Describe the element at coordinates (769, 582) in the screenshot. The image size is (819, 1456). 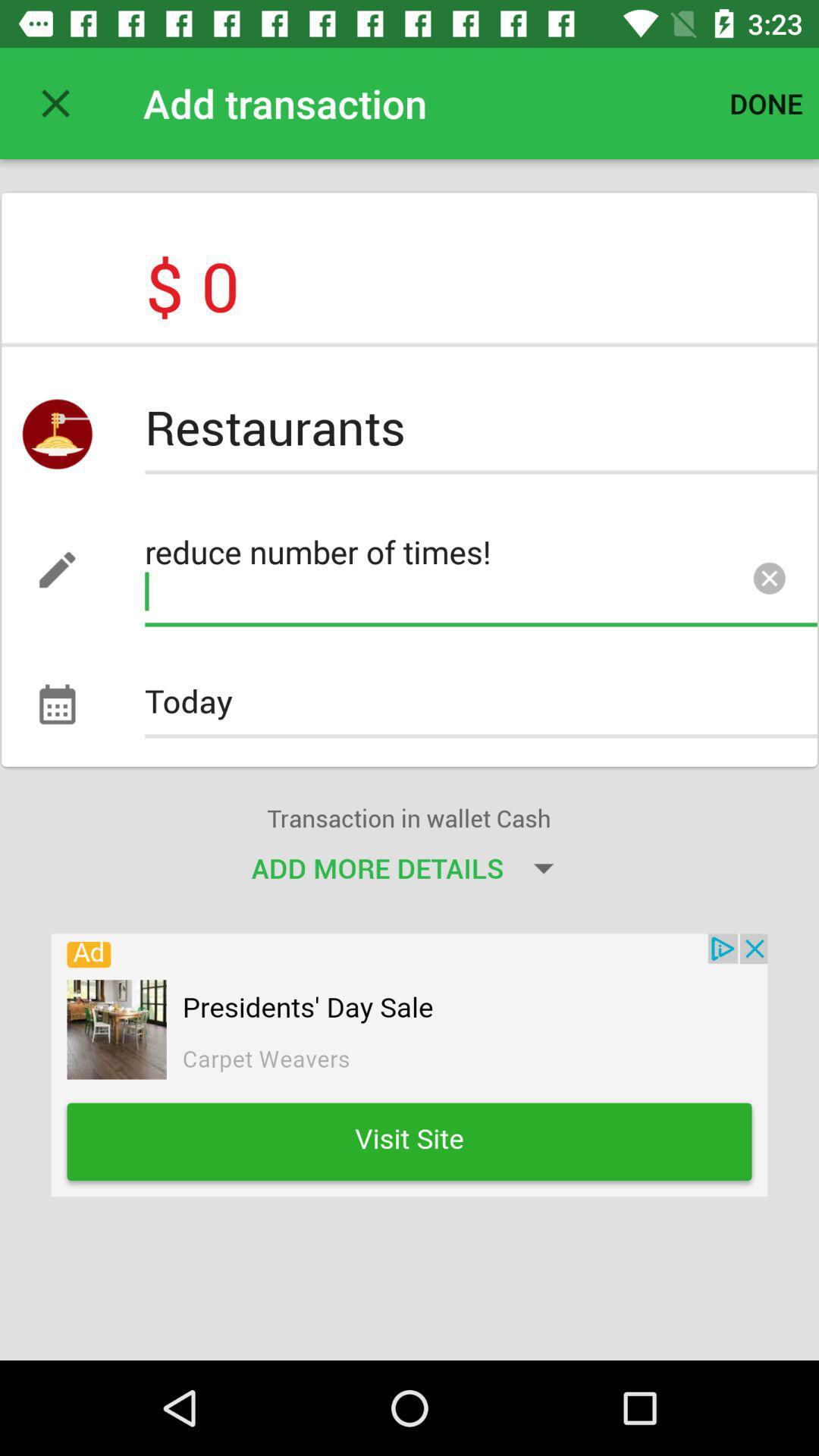
I see `the close icon` at that location.